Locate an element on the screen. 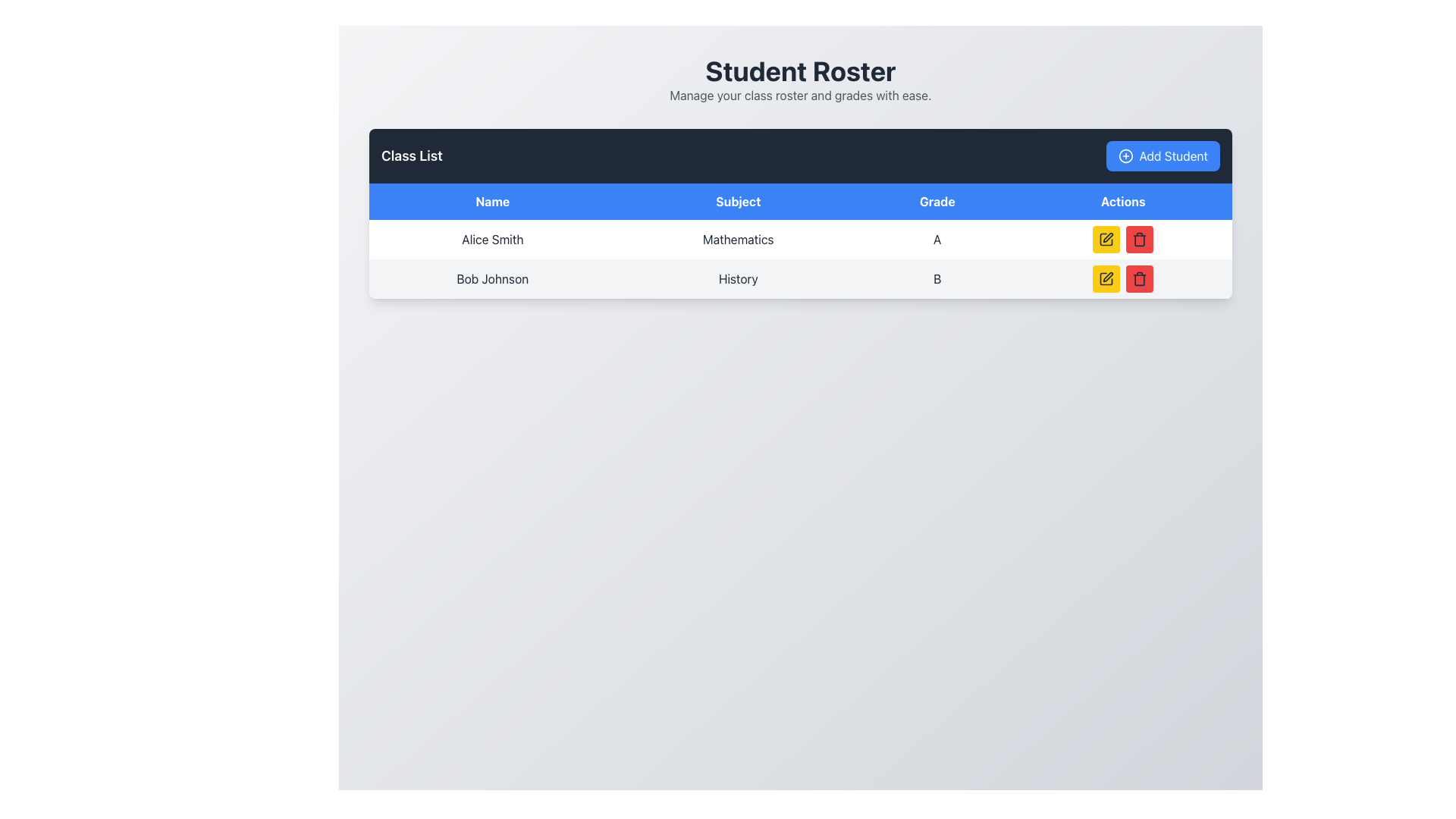 The height and width of the screenshot is (819, 1456). the label displaying the word 'Name' in bold white text on a blue background, which is located at the far left of the header row in the table is located at coordinates (492, 201).